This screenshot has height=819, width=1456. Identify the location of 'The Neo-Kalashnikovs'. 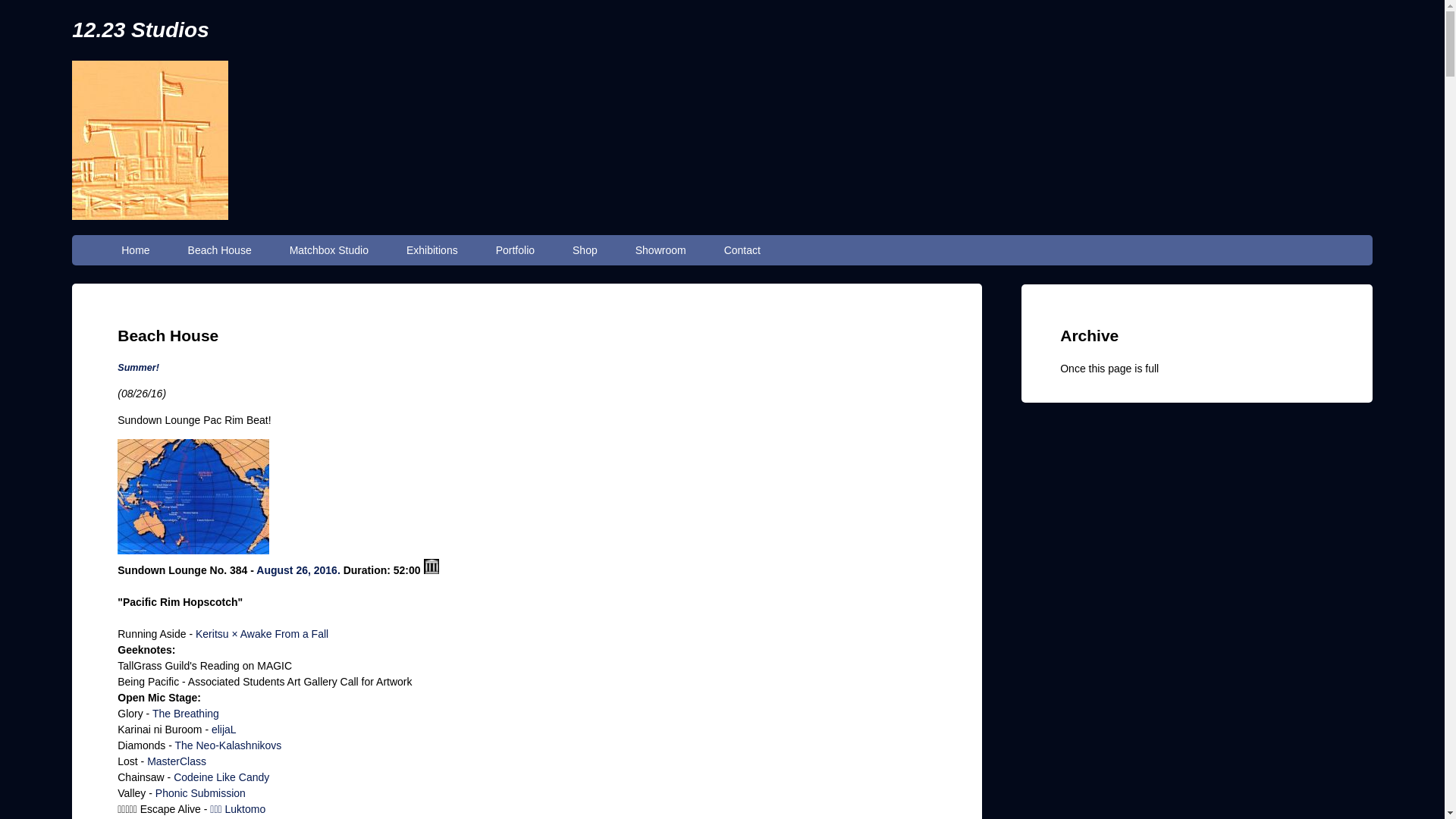
(227, 745).